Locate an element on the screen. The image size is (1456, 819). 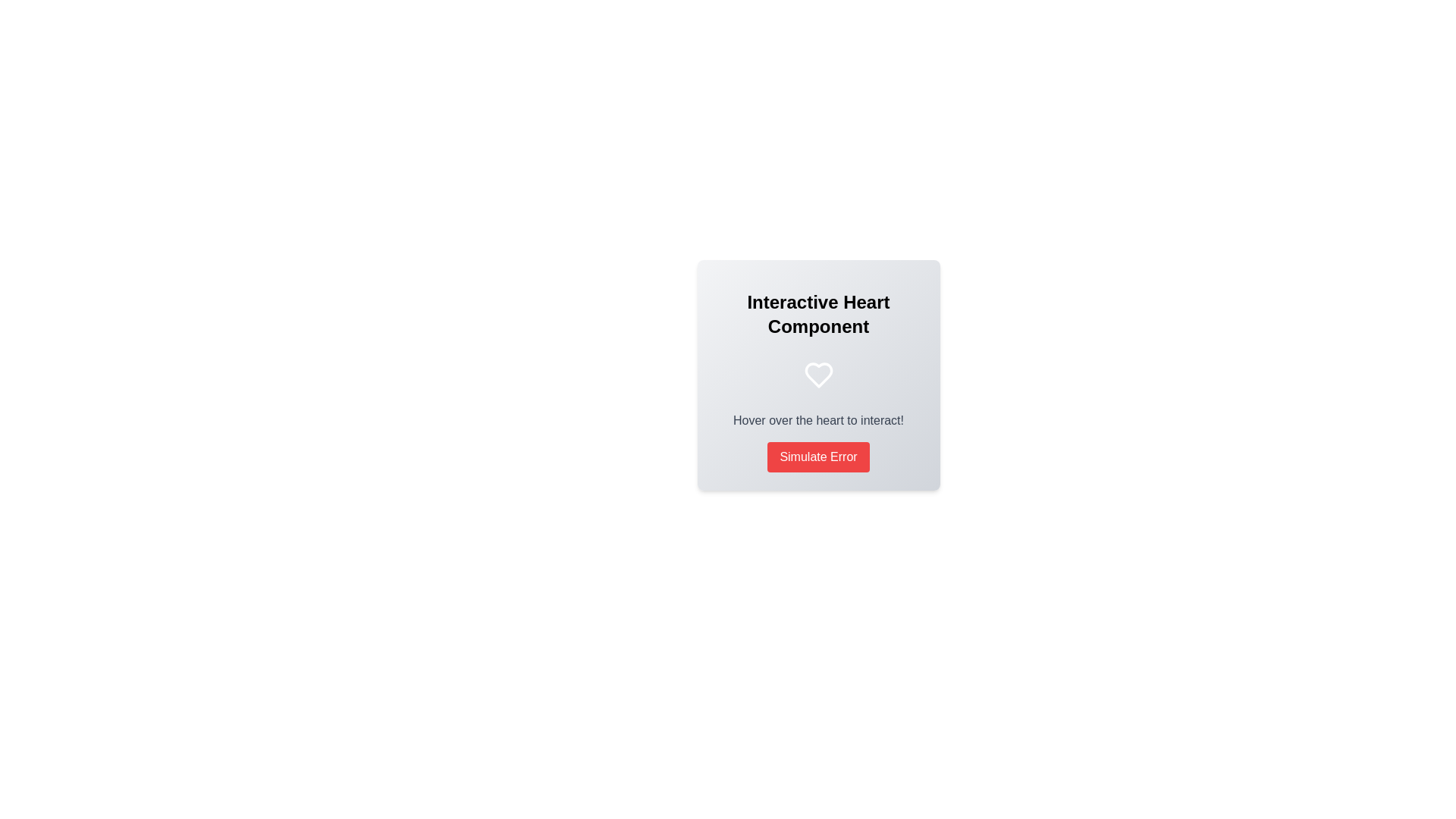
the heart-shaped icon element located between the heading 'Interactive Heart Component' and the button 'Simulate Error' by hovering over it to read the descriptive text is located at coordinates (817, 375).